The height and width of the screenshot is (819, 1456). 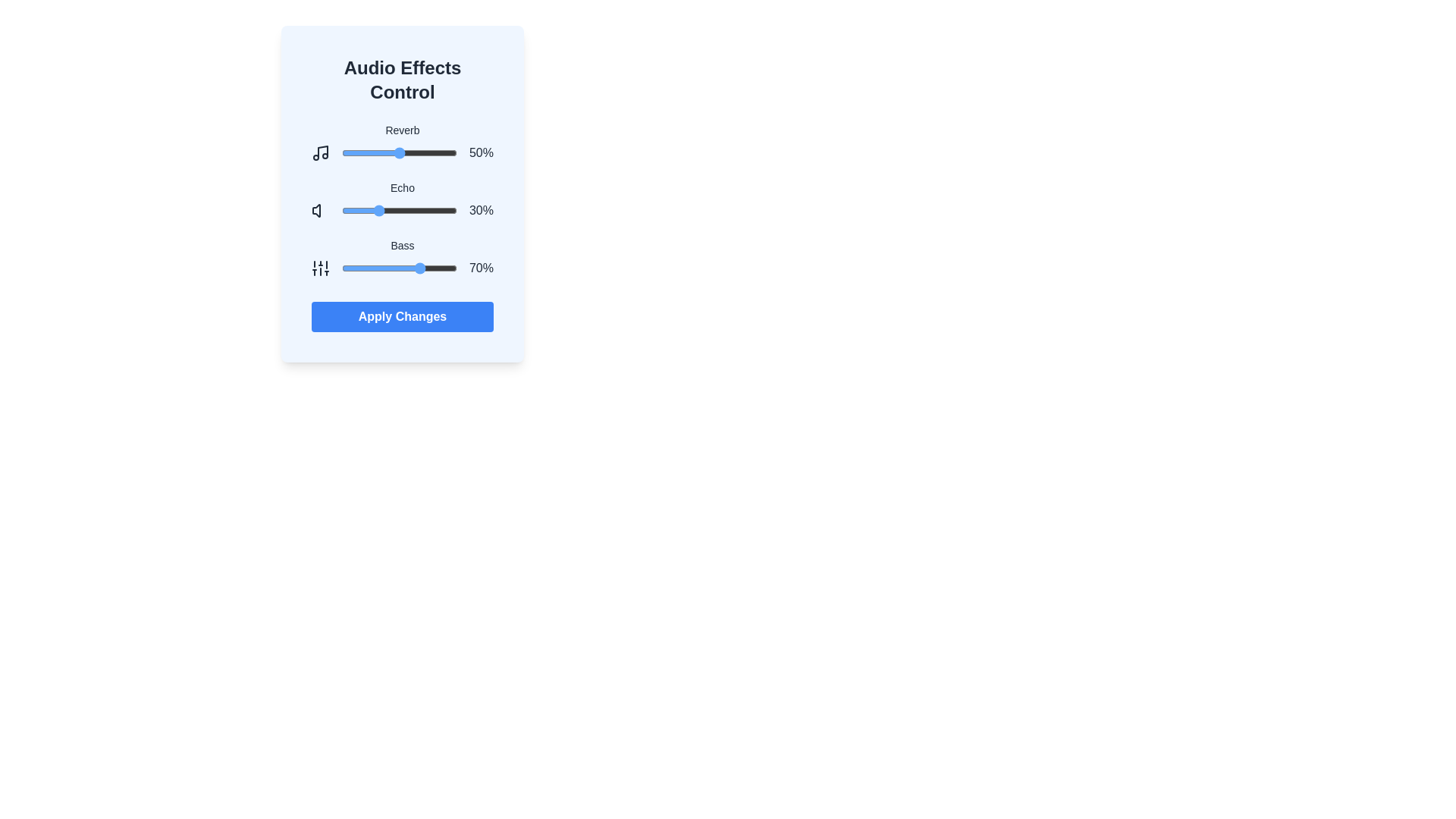 What do you see at coordinates (480, 268) in the screenshot?
I see `the text label displaying '70%' located to the right of the 'Bass' slider in the 'Audio Effects Control' panel` at bounding box center [480, 268].